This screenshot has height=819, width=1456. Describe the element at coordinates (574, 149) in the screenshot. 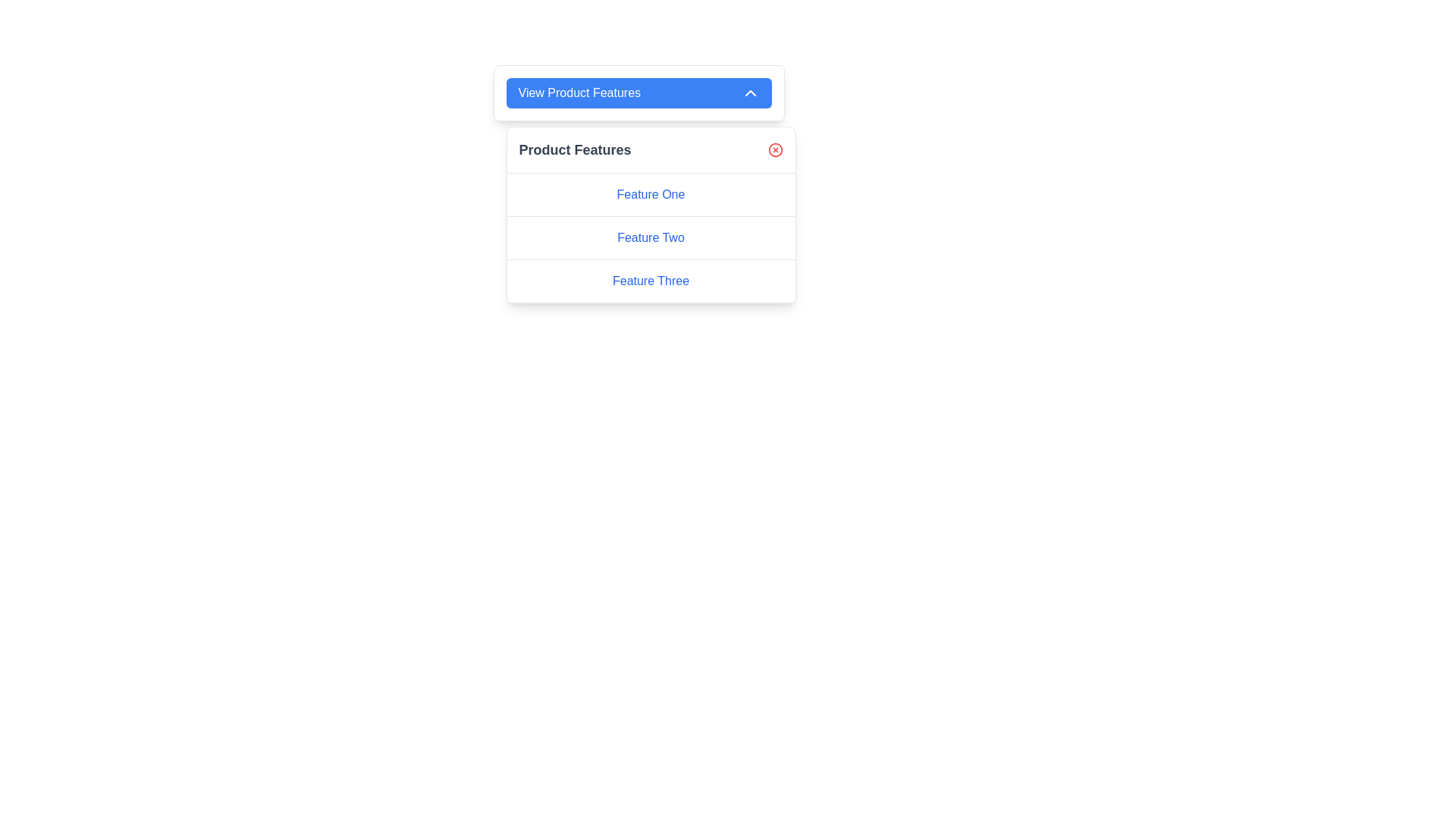

I see `the 'Product Features' text label, which is bold and gray, located near the top of its section and aligned to the left` at that location.